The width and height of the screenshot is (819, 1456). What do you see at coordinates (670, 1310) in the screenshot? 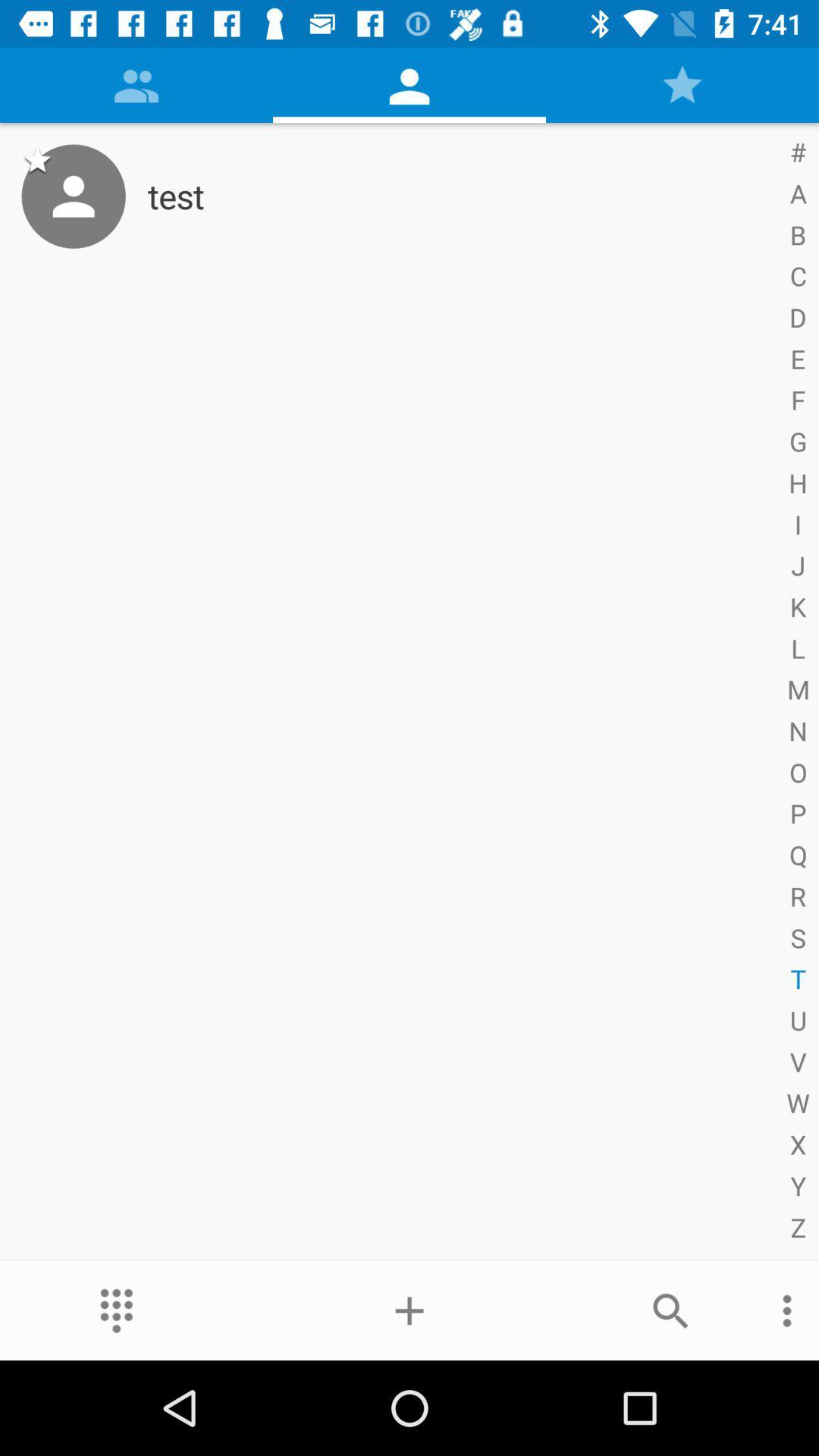
I see `the search icon` at bounding box center [670, 1310].